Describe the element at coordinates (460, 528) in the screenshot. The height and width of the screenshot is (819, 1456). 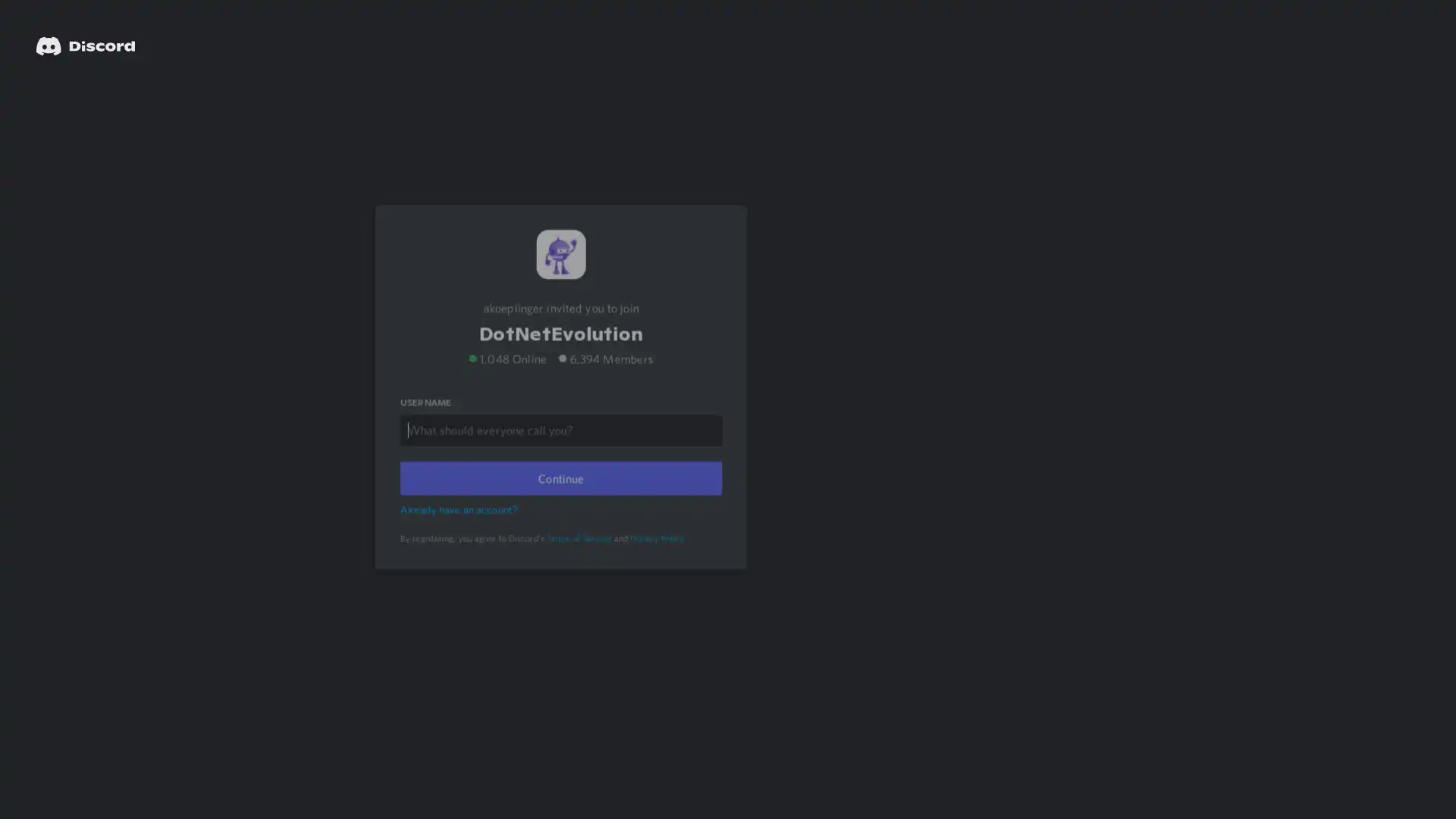
I see `Already have an account?` at that location.